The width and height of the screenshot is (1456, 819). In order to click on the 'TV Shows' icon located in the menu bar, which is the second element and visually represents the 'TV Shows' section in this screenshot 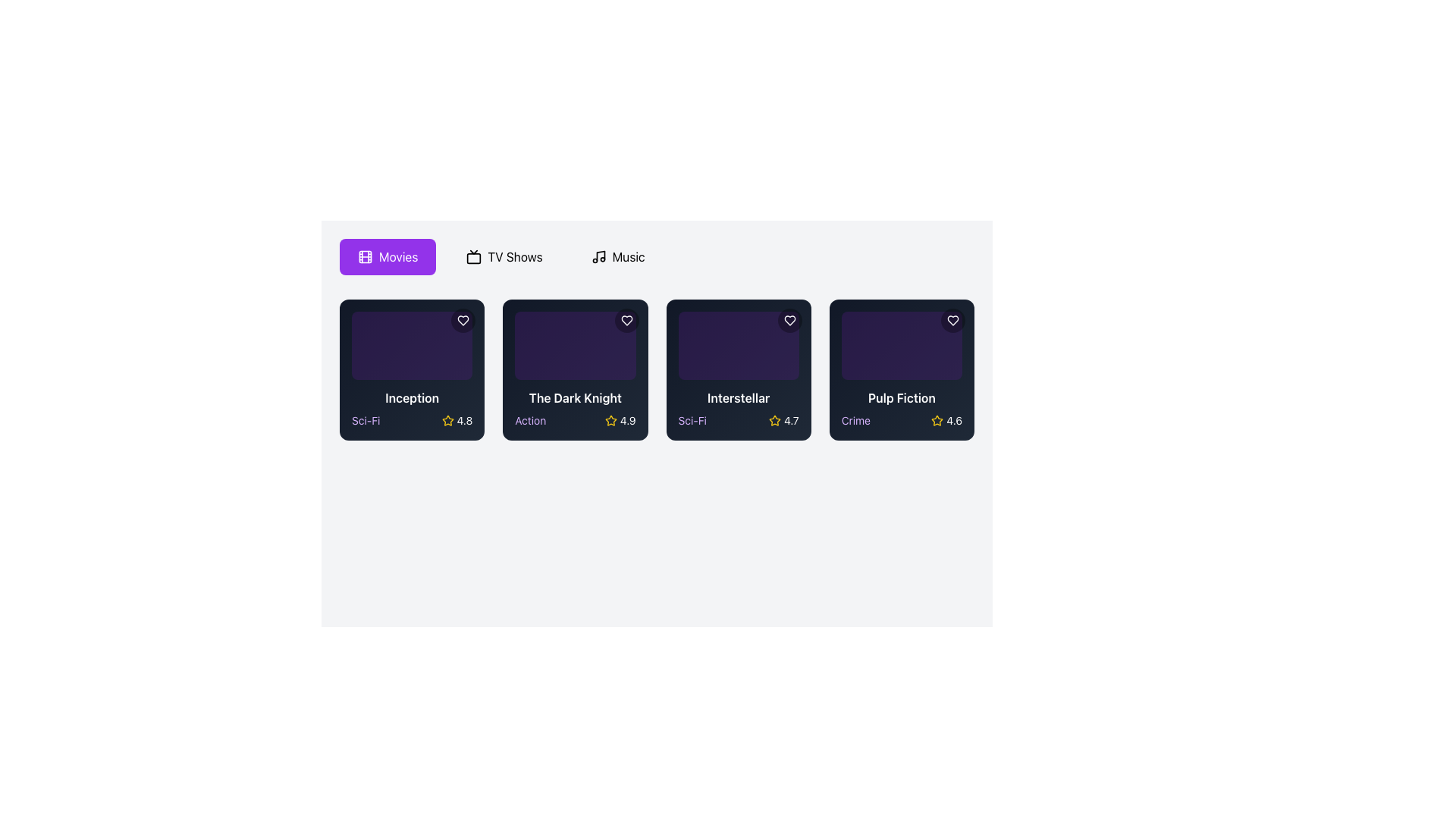, I will do `click(473, 256)`.